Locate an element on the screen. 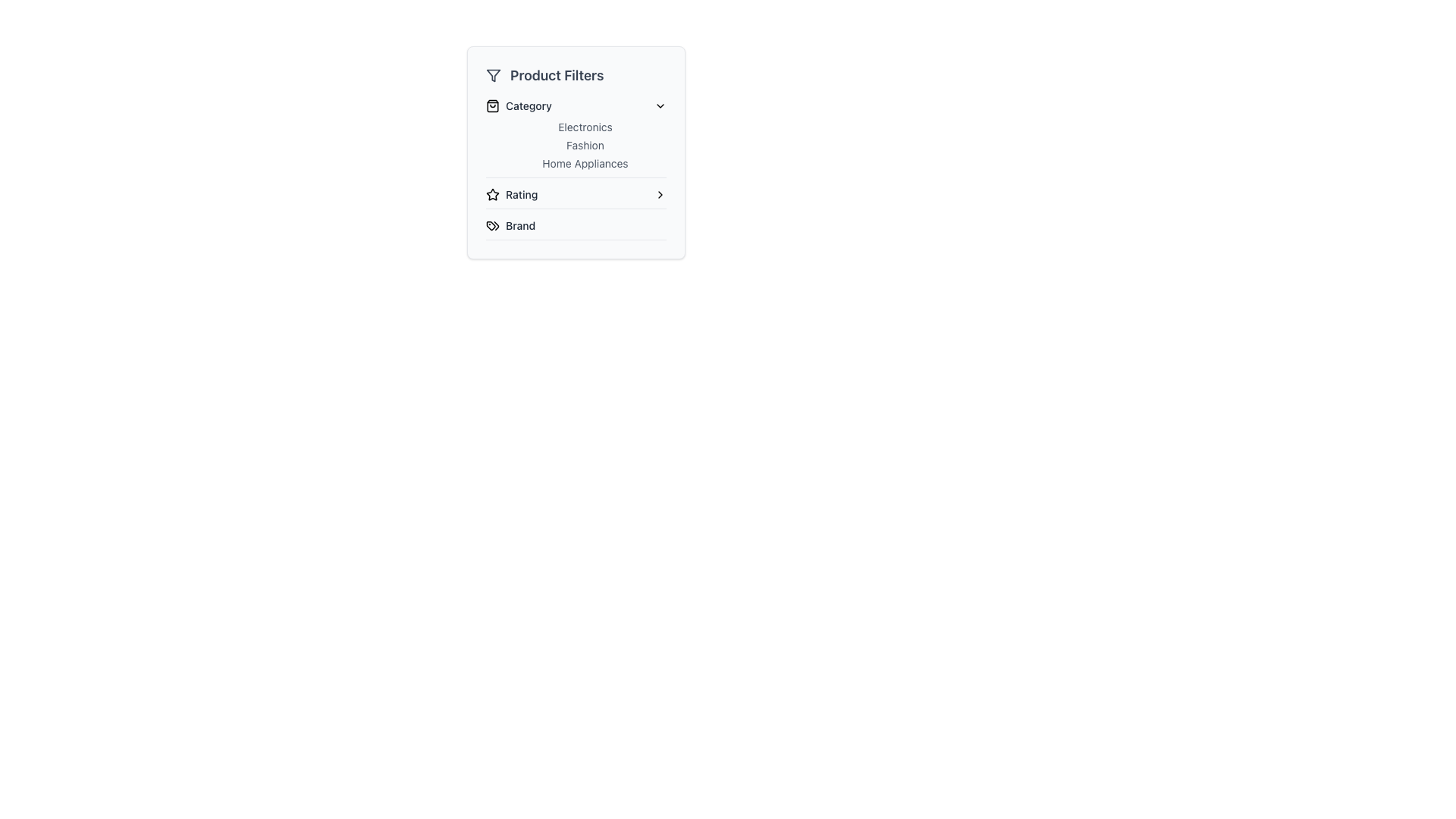 This screenshot has width=1456, height=819. the star-shaped rating icon with a black outline, positioned to the left of the 'Rating' label in the user interface is located at coordinates (492, 194).